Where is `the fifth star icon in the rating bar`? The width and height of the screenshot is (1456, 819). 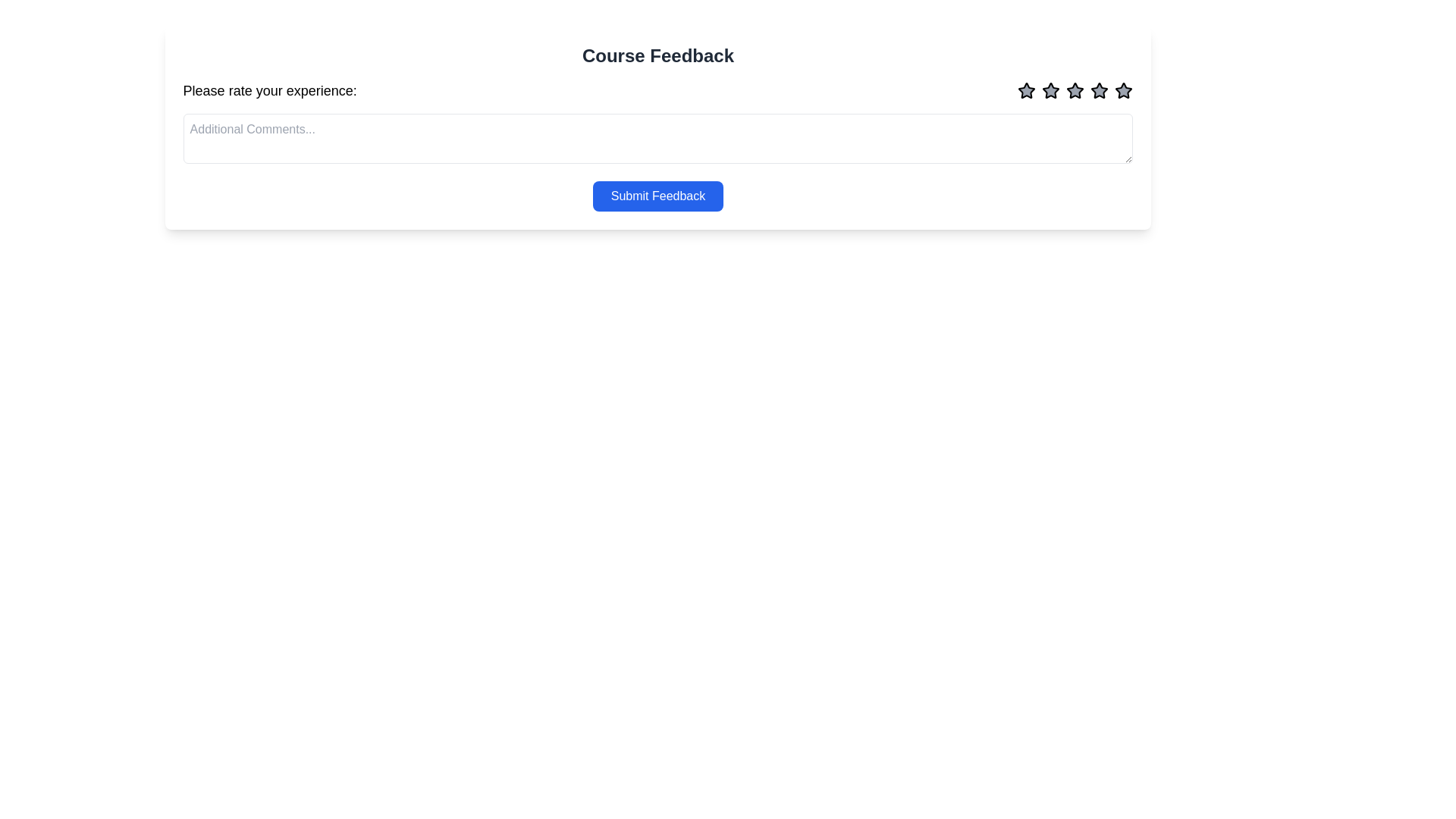
the fifth star icon in the rating bar is located at coordinates (1100, 90).